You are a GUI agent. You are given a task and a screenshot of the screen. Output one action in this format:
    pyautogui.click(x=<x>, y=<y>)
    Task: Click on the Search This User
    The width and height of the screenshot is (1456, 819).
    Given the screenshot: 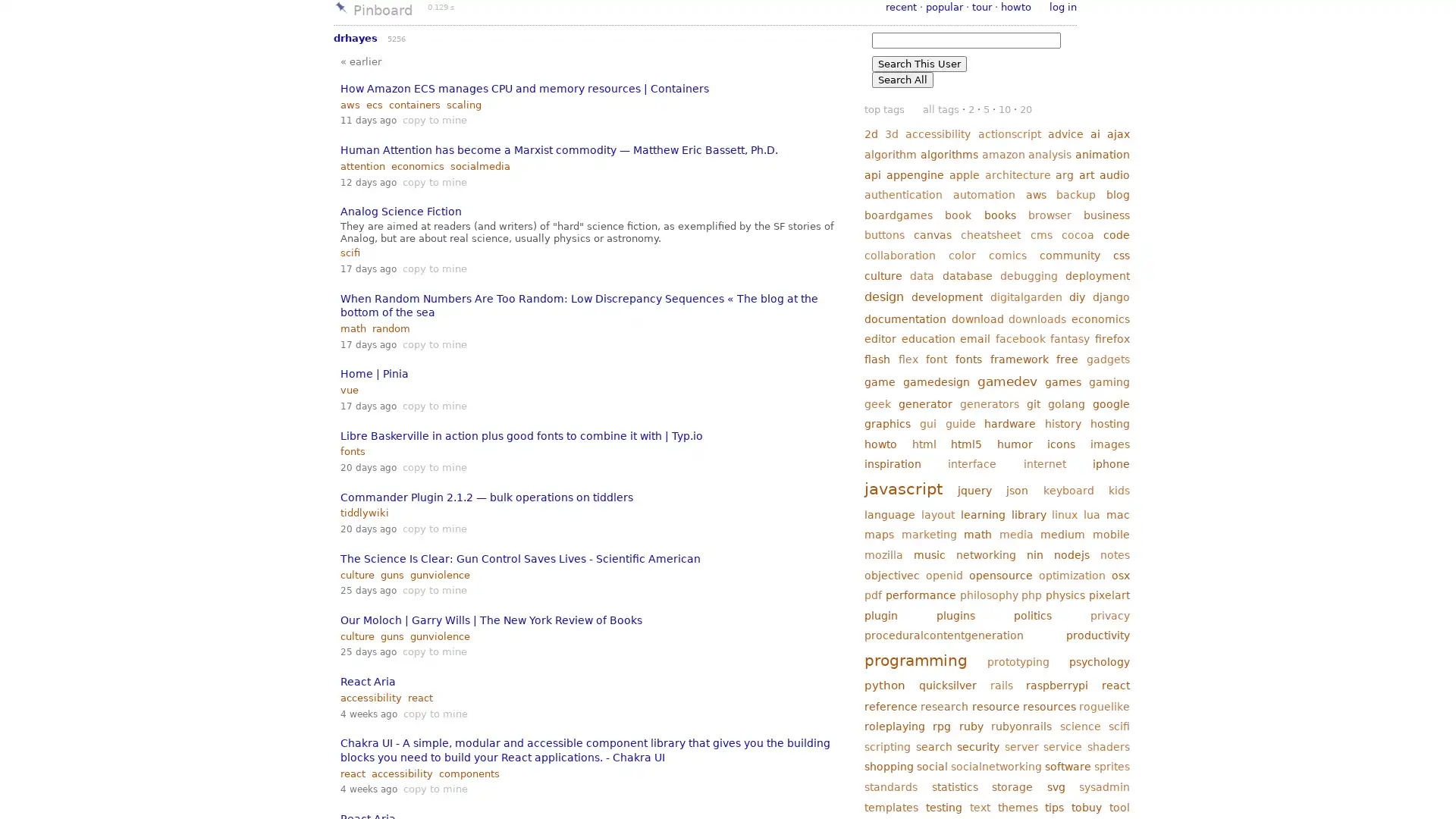 What is the action you would take?
    pyautogui.click(x=918, y=63)
    